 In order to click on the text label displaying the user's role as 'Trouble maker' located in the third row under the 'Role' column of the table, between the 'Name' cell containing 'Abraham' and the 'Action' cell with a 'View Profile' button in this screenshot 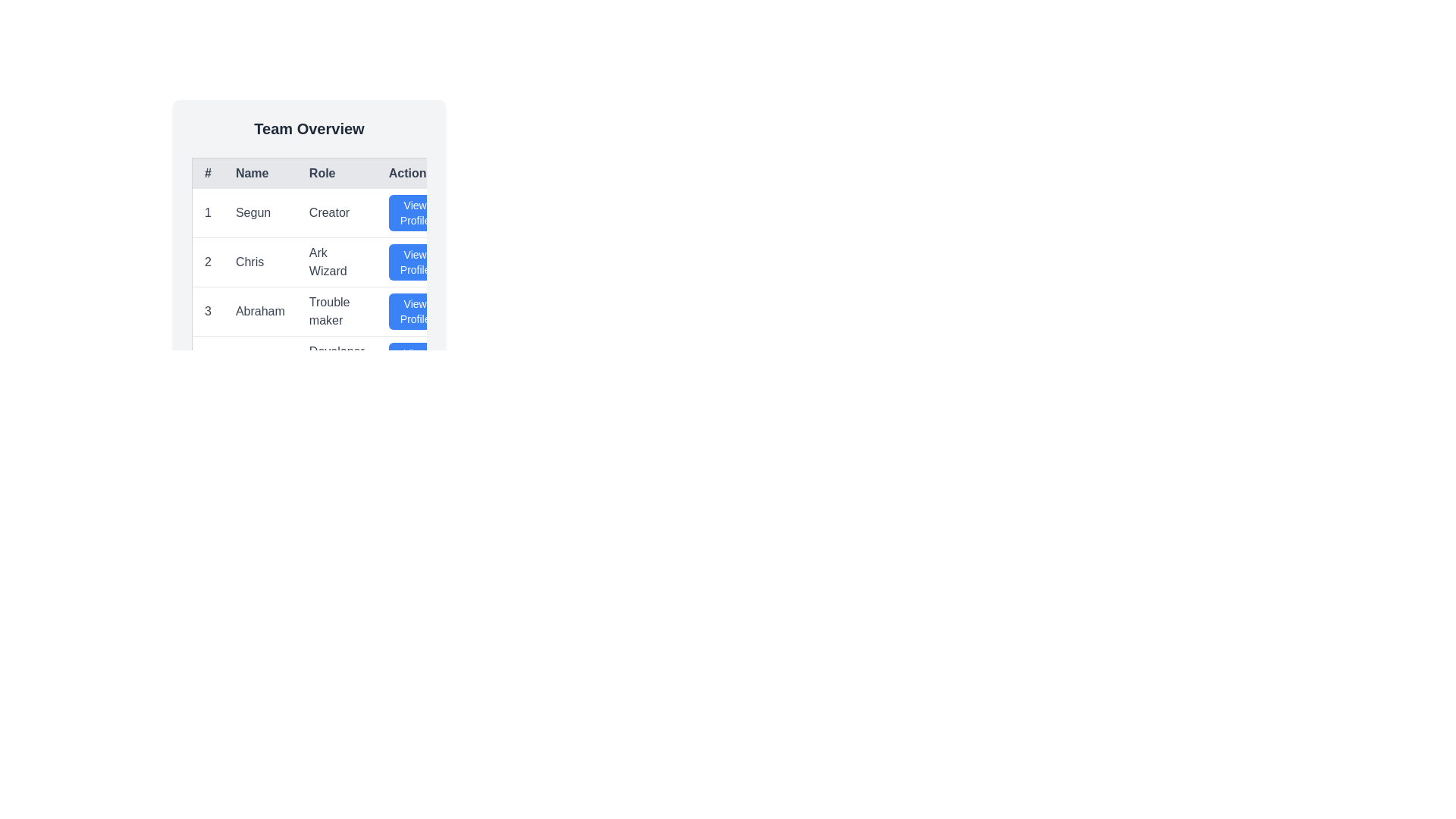, I will do `click(336, 311)`.